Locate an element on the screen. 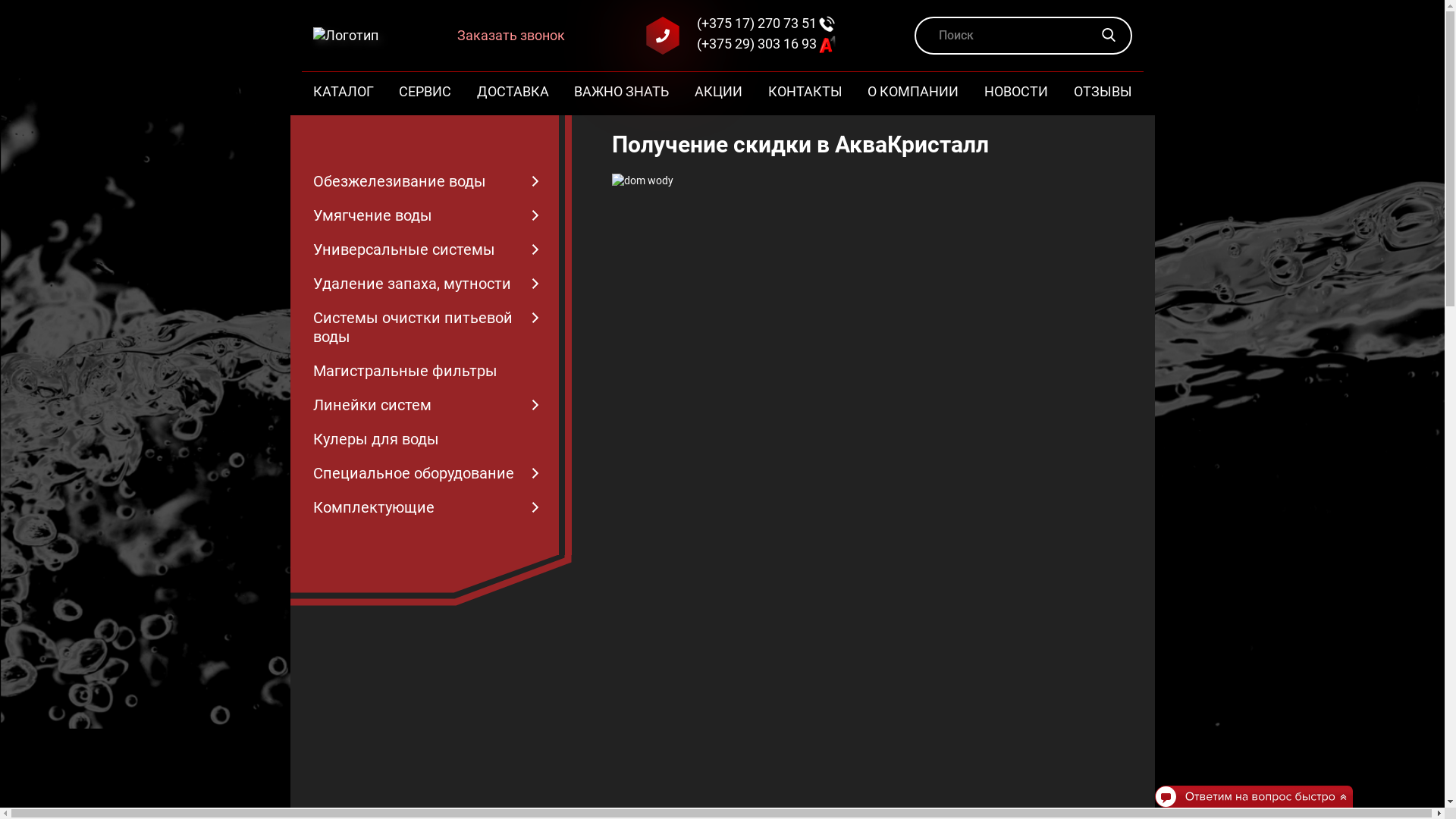 The height and width of the screenshot is (819, 1456). '(+375 17) 270 73 51' is located at coordinates (765, 24).